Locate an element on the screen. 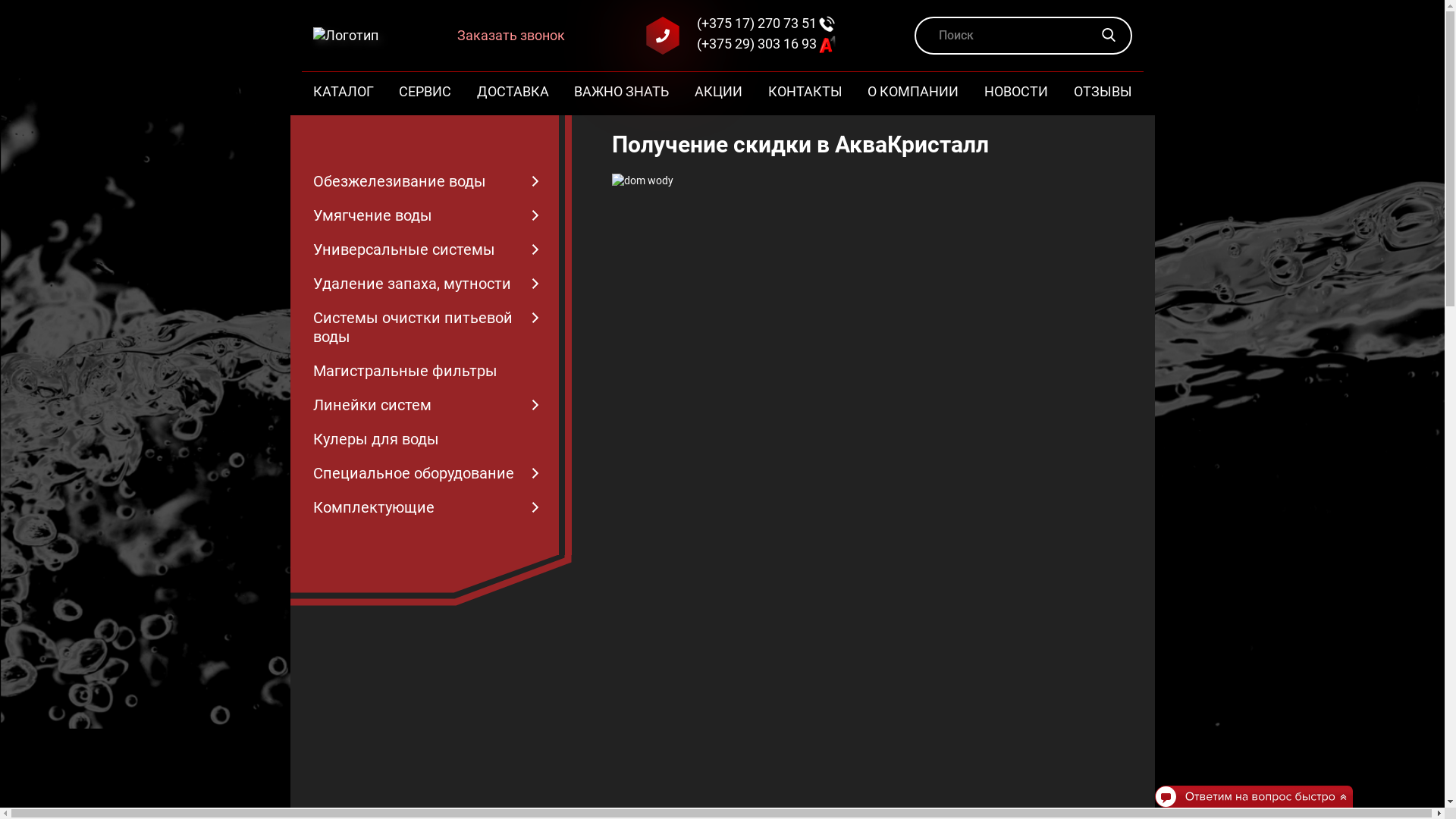 The height and width of the screenshot is (819, 1456). '(+375 17) 270 73 51' is located at coordinates (765, 24).